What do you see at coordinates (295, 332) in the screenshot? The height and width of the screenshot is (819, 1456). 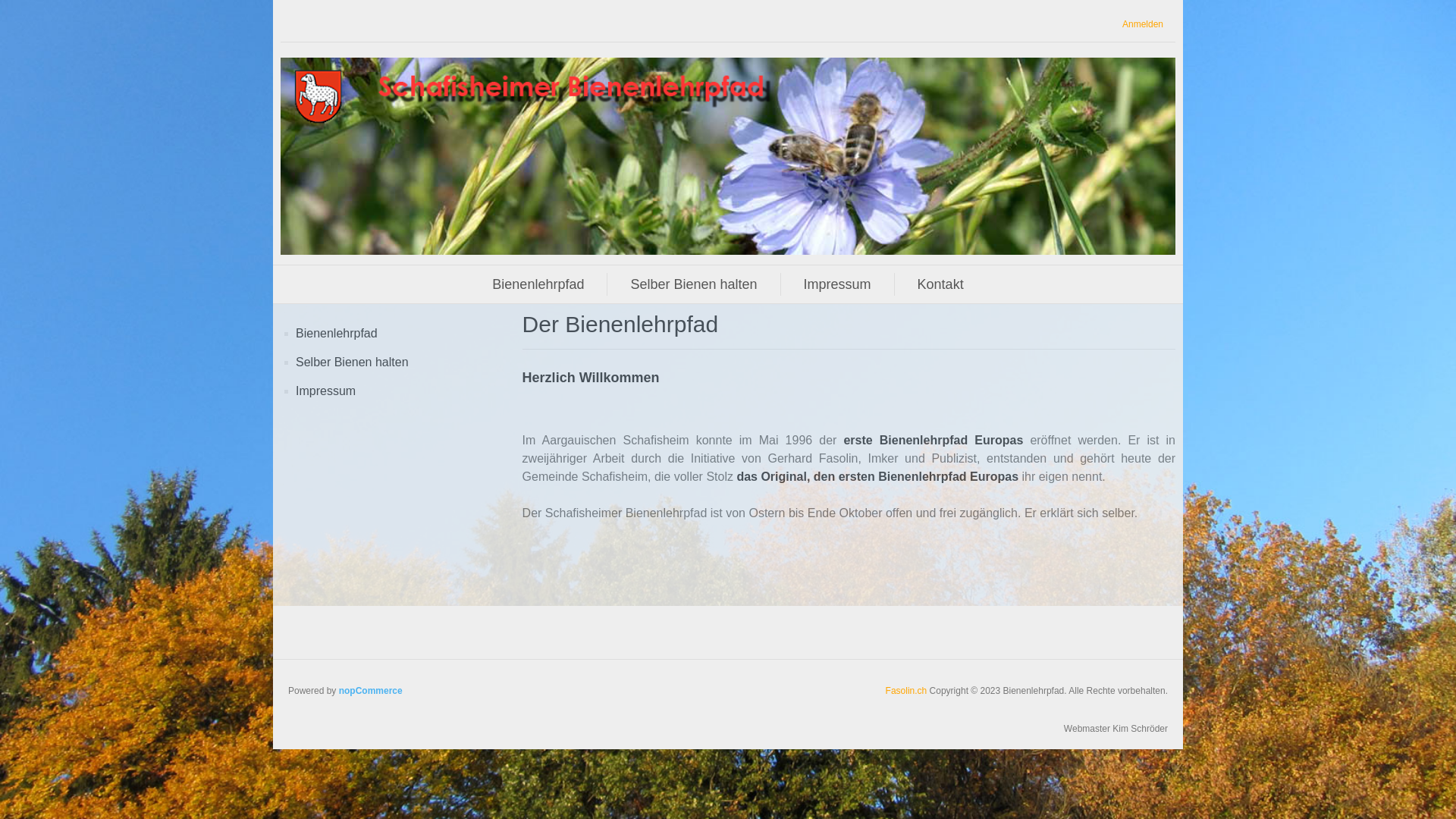 I see `'Bienenlehrpfad'` at bounding box center [295, 332].